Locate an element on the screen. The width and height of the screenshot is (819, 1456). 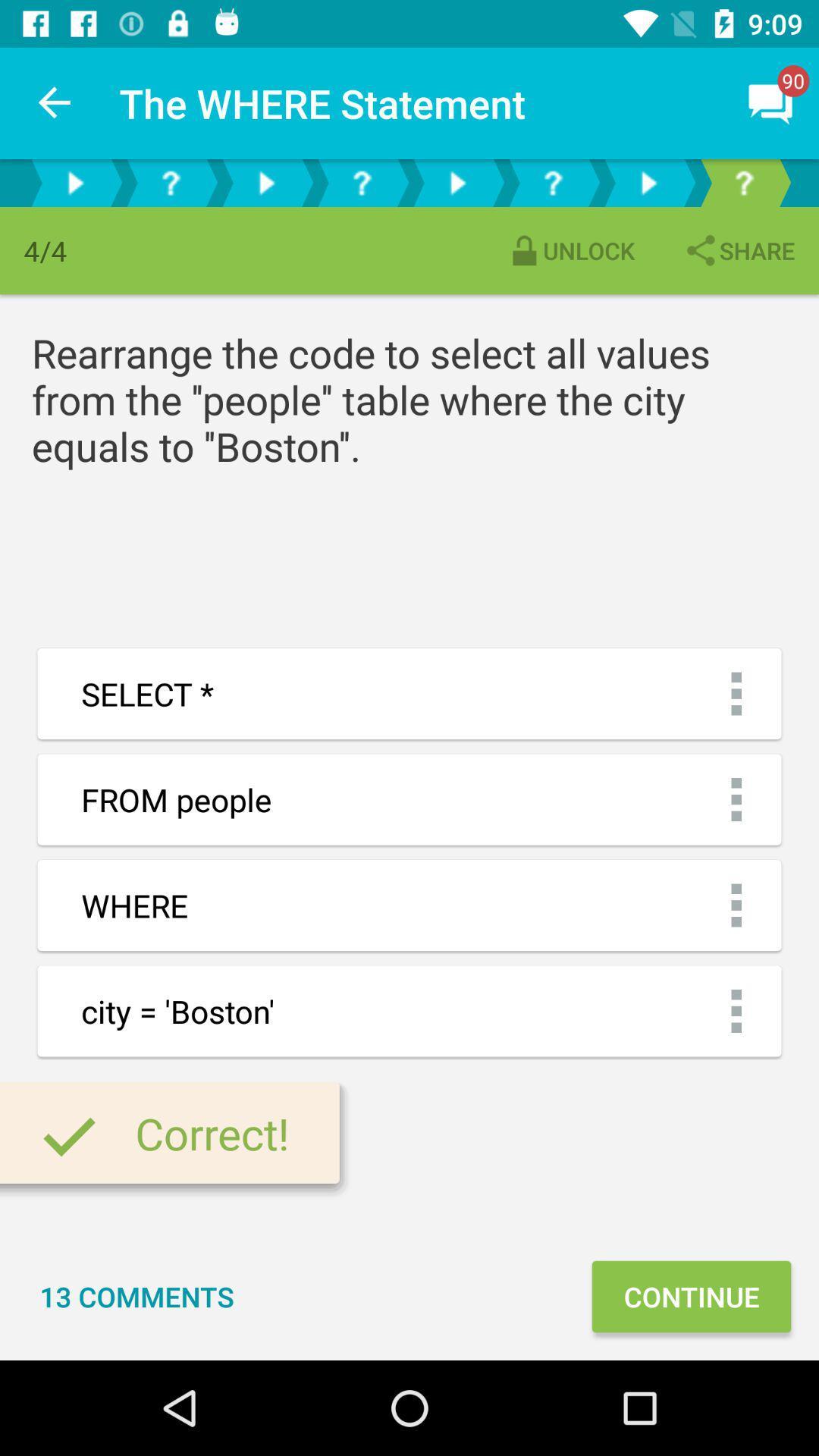
help is located at coordinates (170, 182).